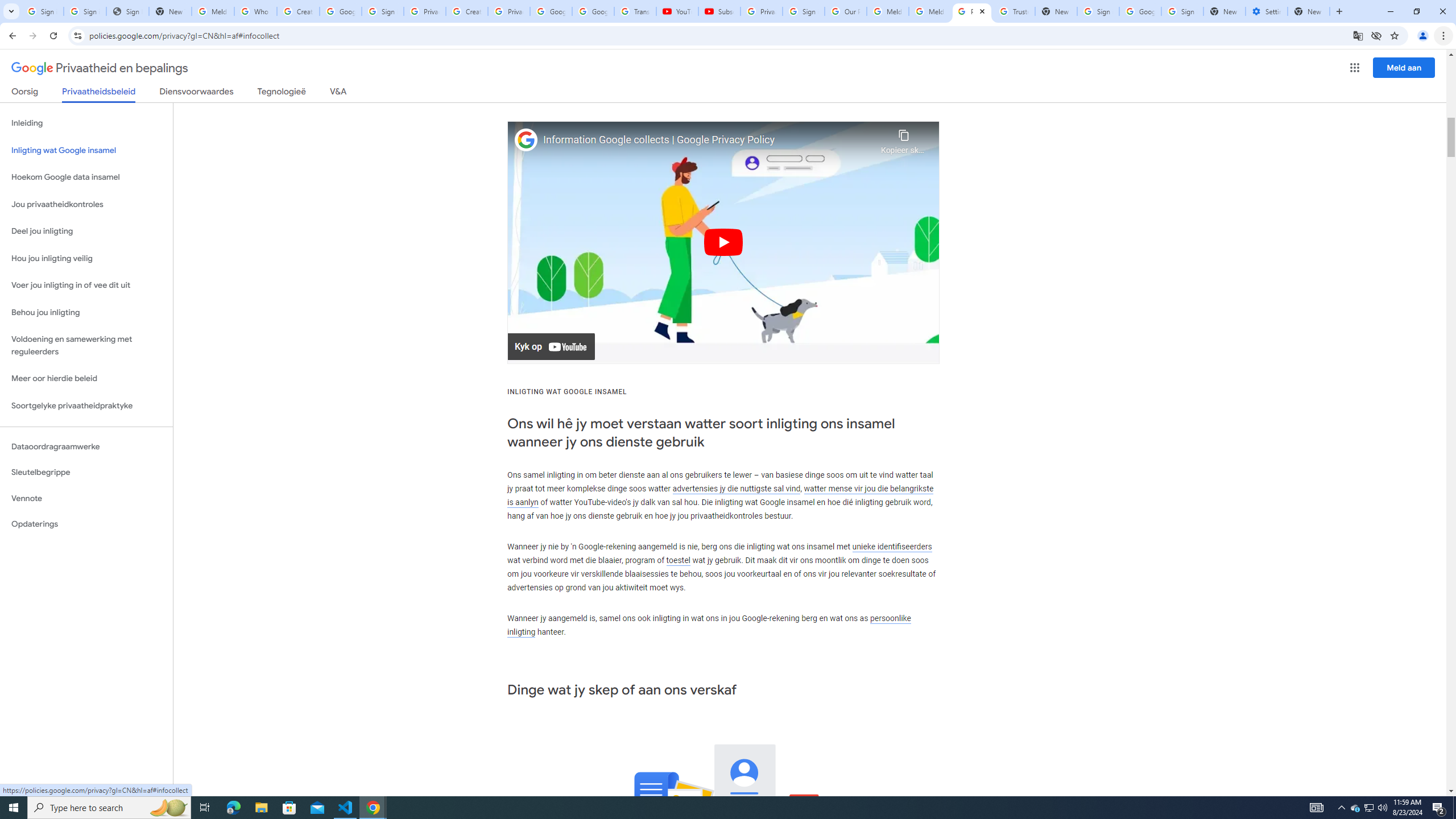 Image resolution: width=1456 pixels, height=819 pixels. Describe the element at coordinates (86, 405) in the screenshot. I see `'Soortgelyke privaatheidpraktyke'` at that location.